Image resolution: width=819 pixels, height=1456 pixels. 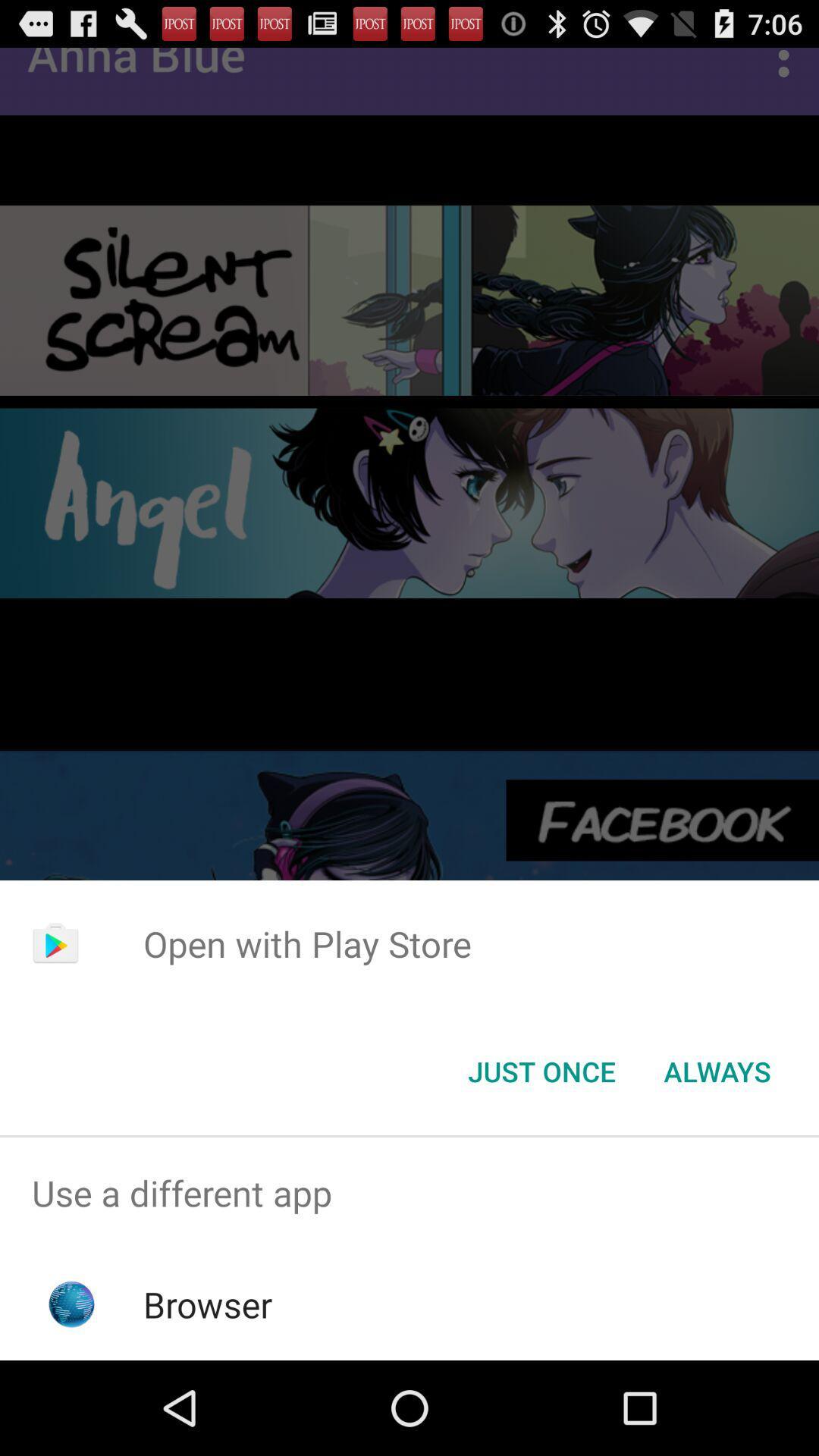 What do you see at coordinates (409, 1192) in the screenshot?
I see `the use a different item` at bounding box center [409, 1192].